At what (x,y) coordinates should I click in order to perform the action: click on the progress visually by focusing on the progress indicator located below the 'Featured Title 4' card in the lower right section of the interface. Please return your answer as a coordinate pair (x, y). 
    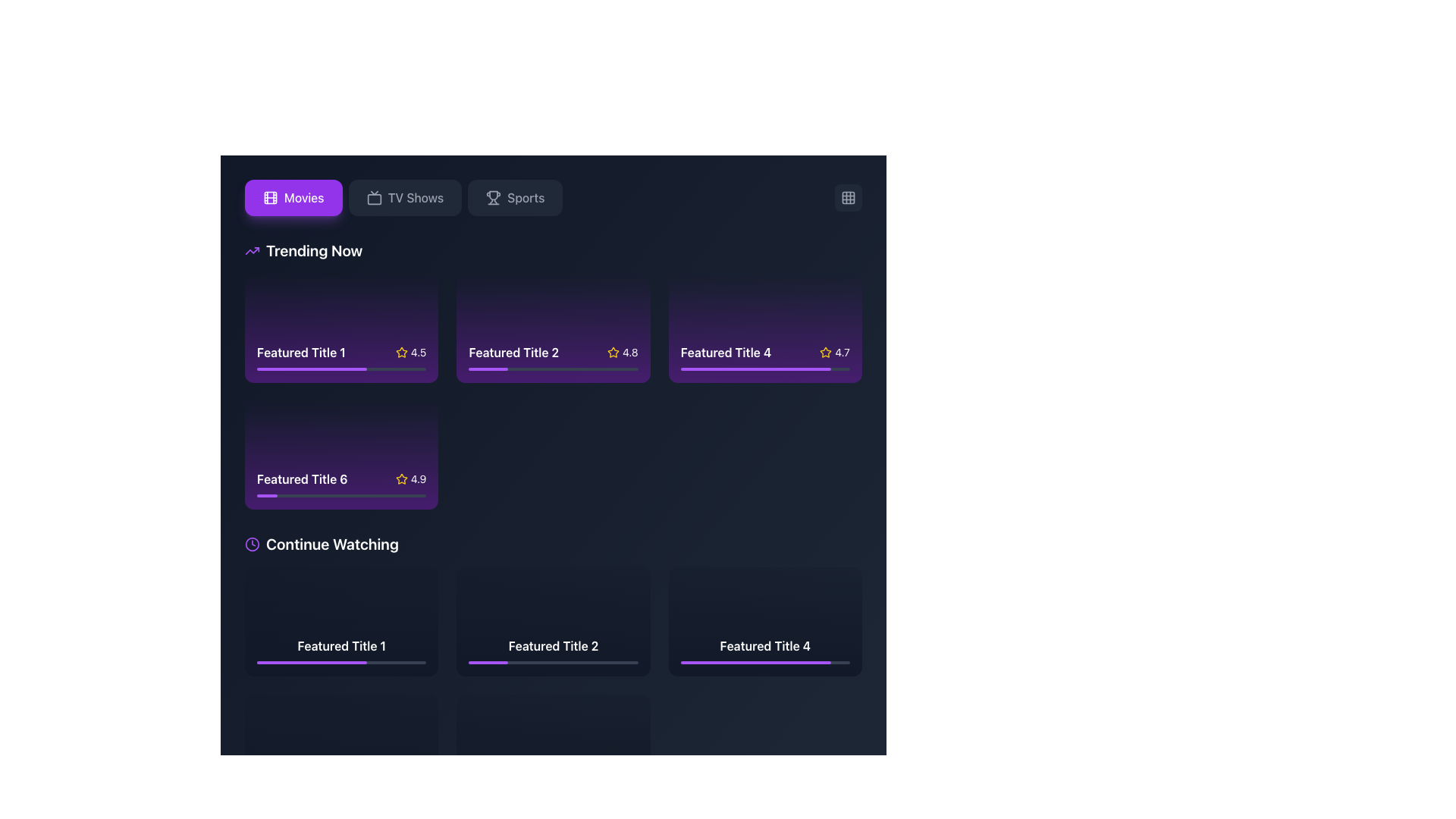
    Looking at the image, I should click on (756, 661).